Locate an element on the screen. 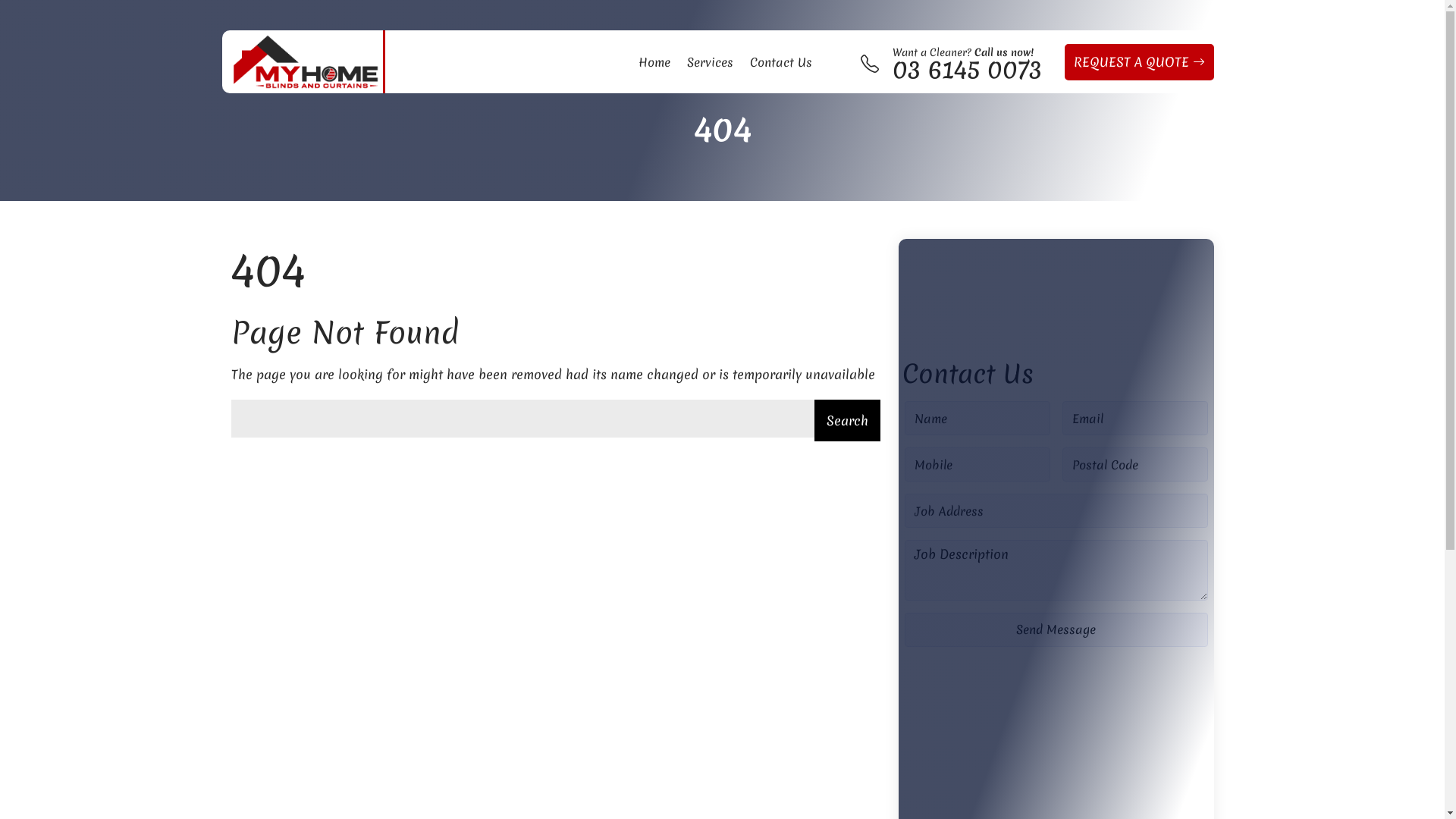 The height and width of the screenshot is (819, 1456). 'Services' is located at coordinates (679, 61).